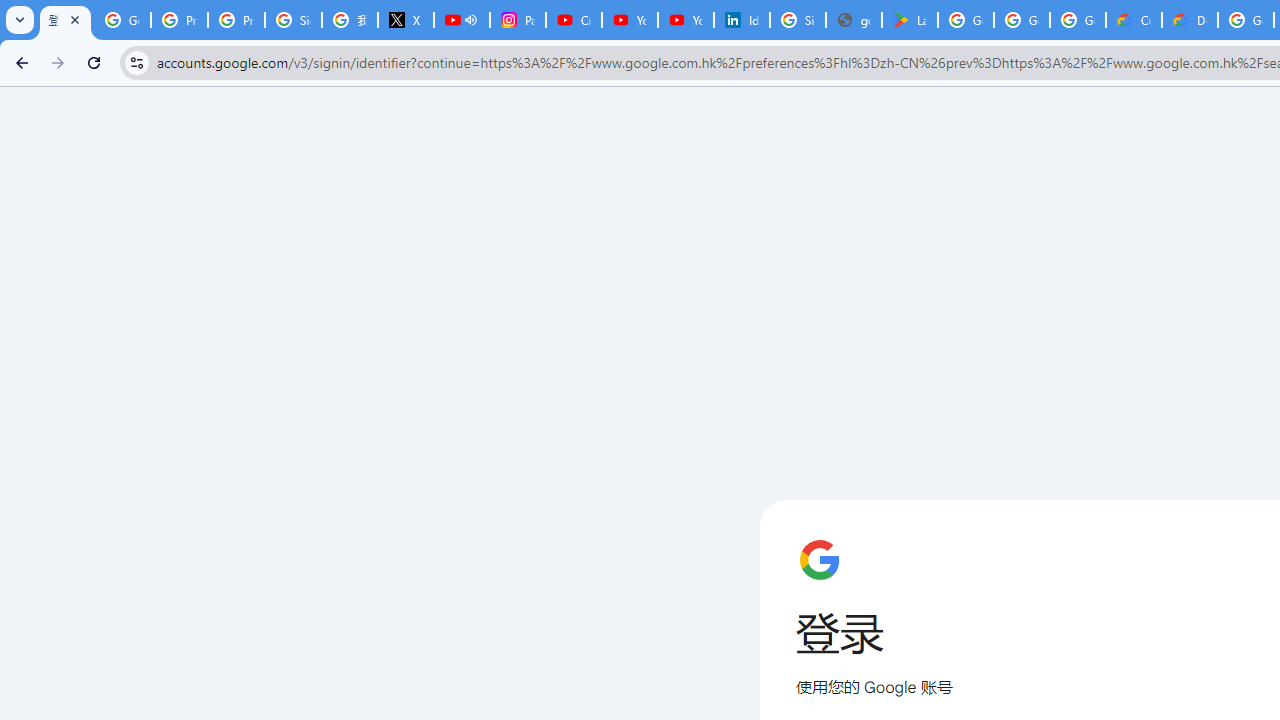  Describe the element at coordinates (236, 20) in the screenshot. I see `'Privacy Help Center - Policies Help'` at that location.